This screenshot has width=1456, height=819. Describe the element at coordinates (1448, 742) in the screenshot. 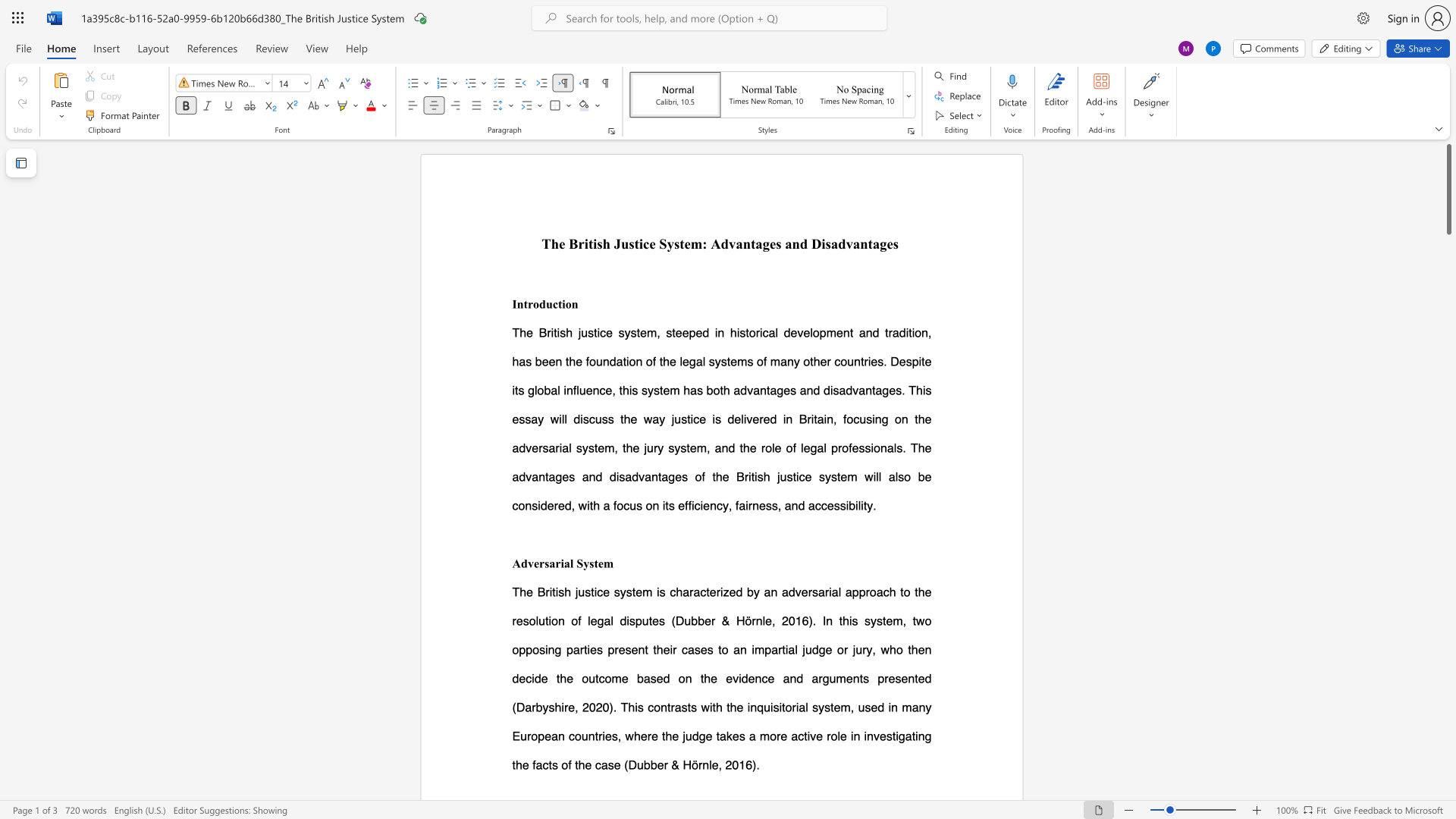

I see `the page's right scrollbar for downward movement` at that location.